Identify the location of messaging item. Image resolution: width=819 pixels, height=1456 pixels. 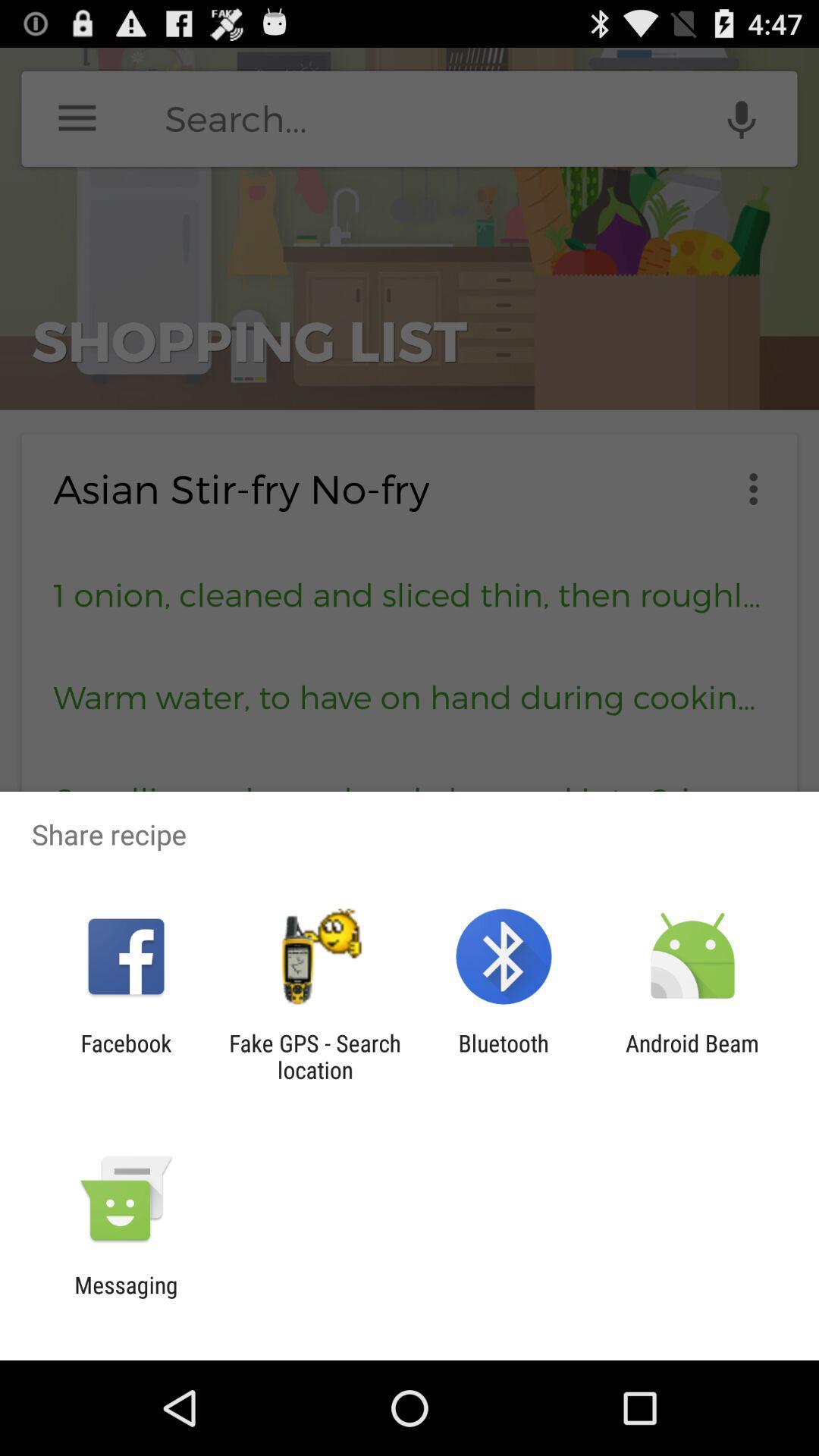
(125, 1298).